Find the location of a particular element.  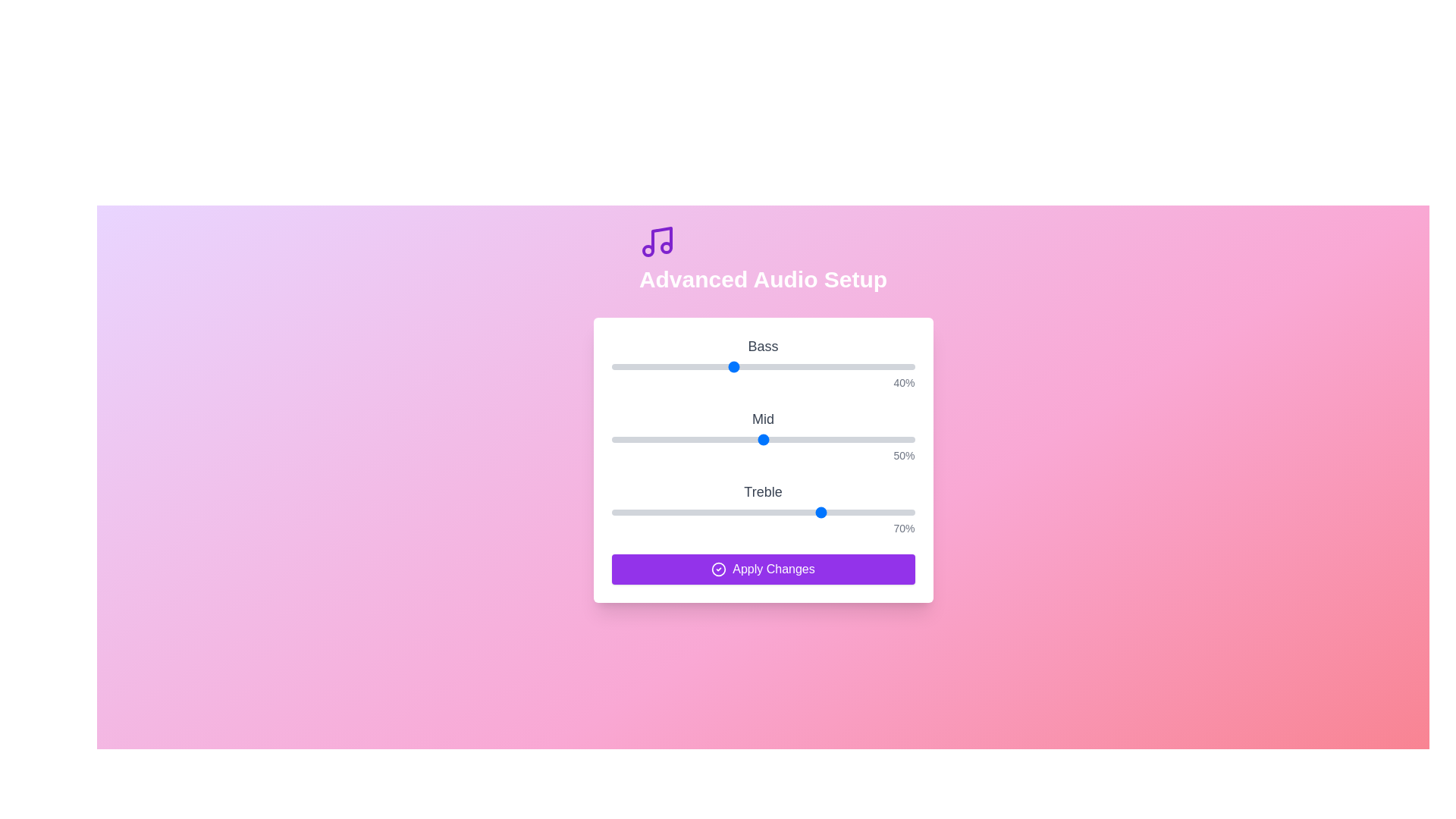

the 1 slider to 16% is located at coordinates (660, 439).